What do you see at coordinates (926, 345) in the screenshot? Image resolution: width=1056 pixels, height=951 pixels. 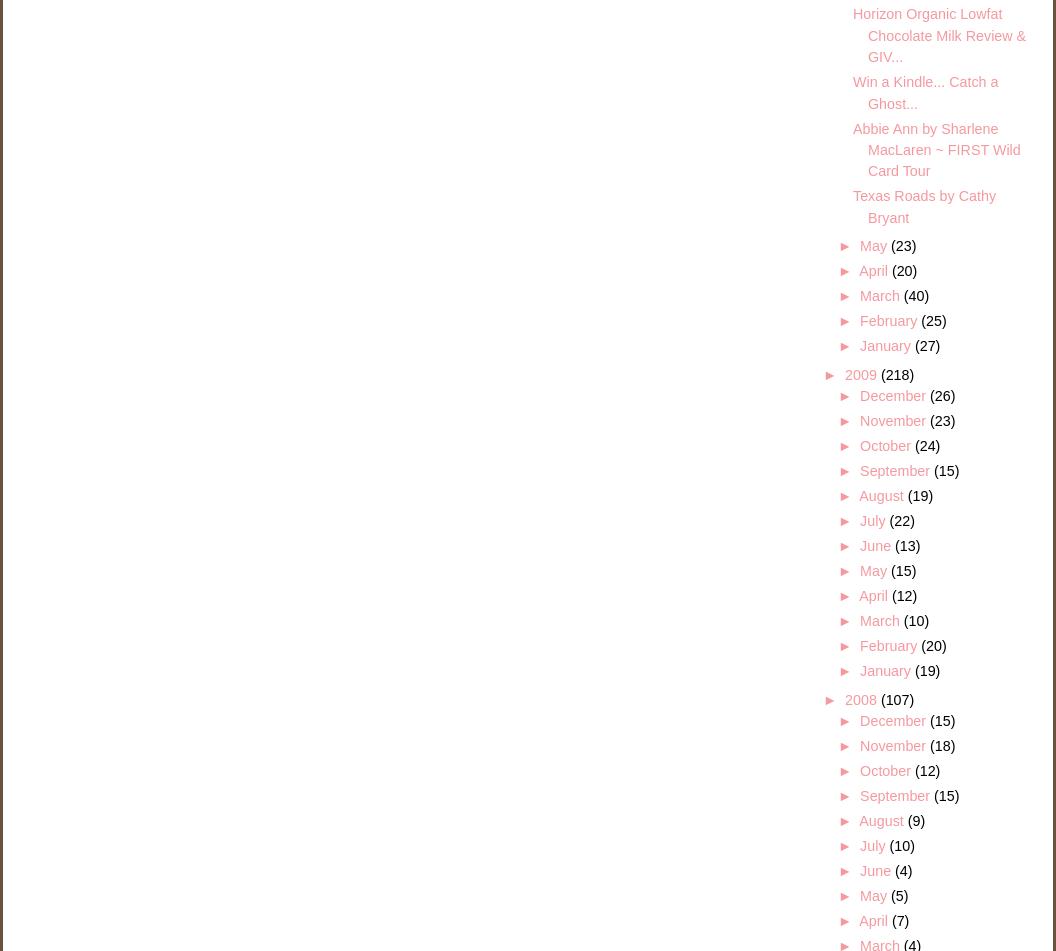 I see `'(27)'` at bounding box center [926, 345].